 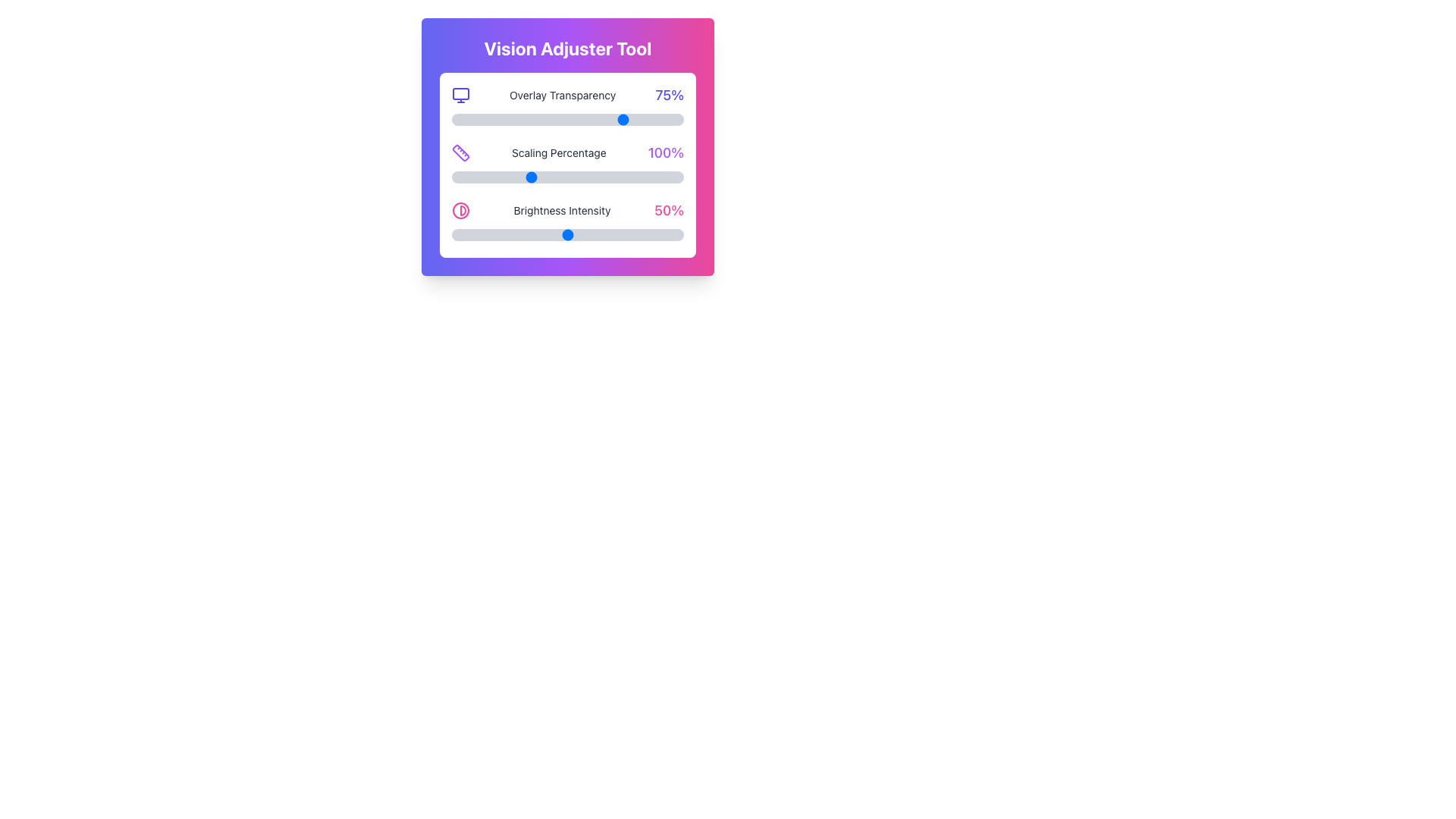 I want to click on any sliders within the Settings adjustment card located under the 'Vision Adjuster Tool' heading, so click(x=566, y=165).